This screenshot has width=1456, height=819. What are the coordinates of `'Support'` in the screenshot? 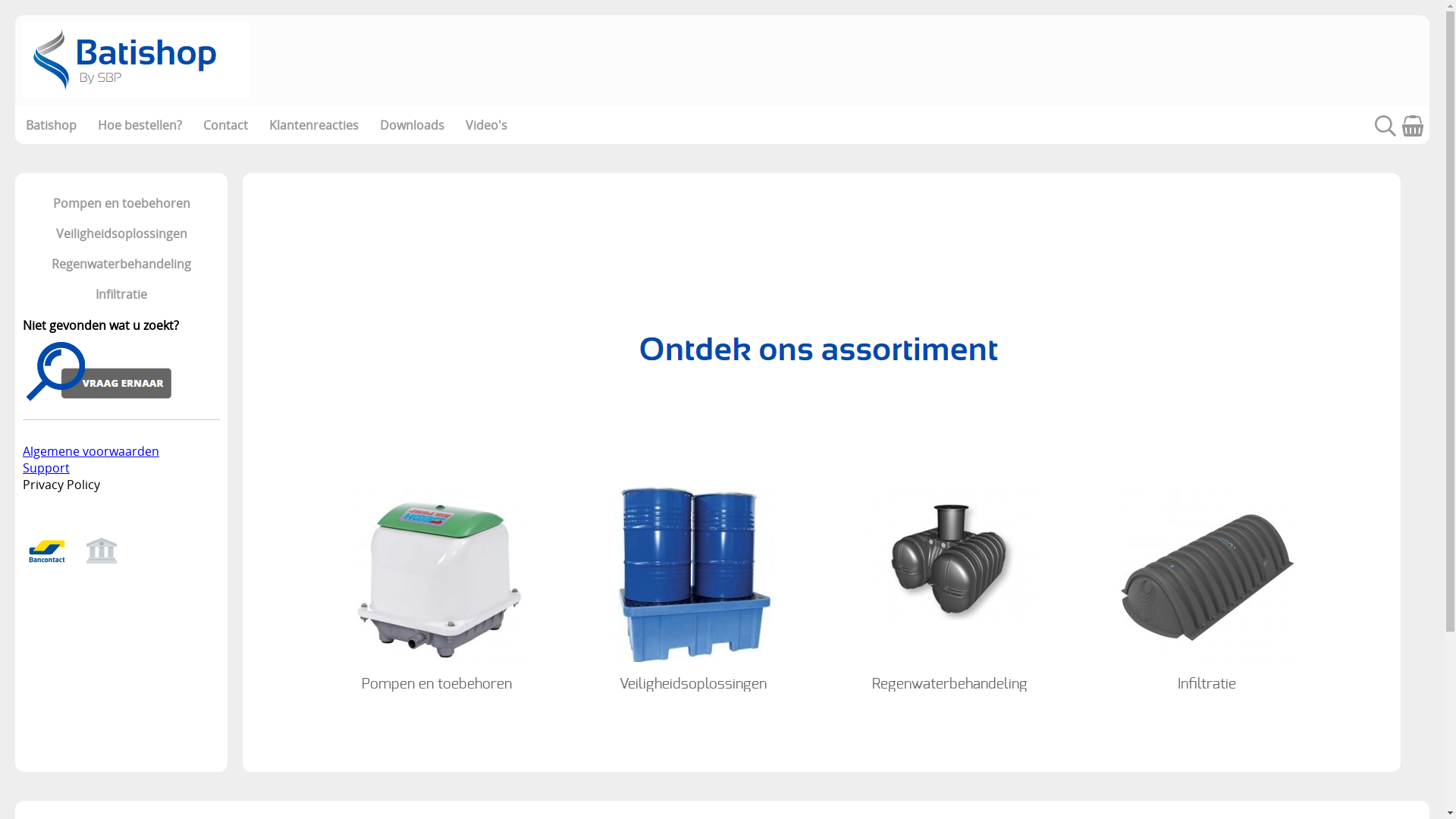 It's located at (46, 467).